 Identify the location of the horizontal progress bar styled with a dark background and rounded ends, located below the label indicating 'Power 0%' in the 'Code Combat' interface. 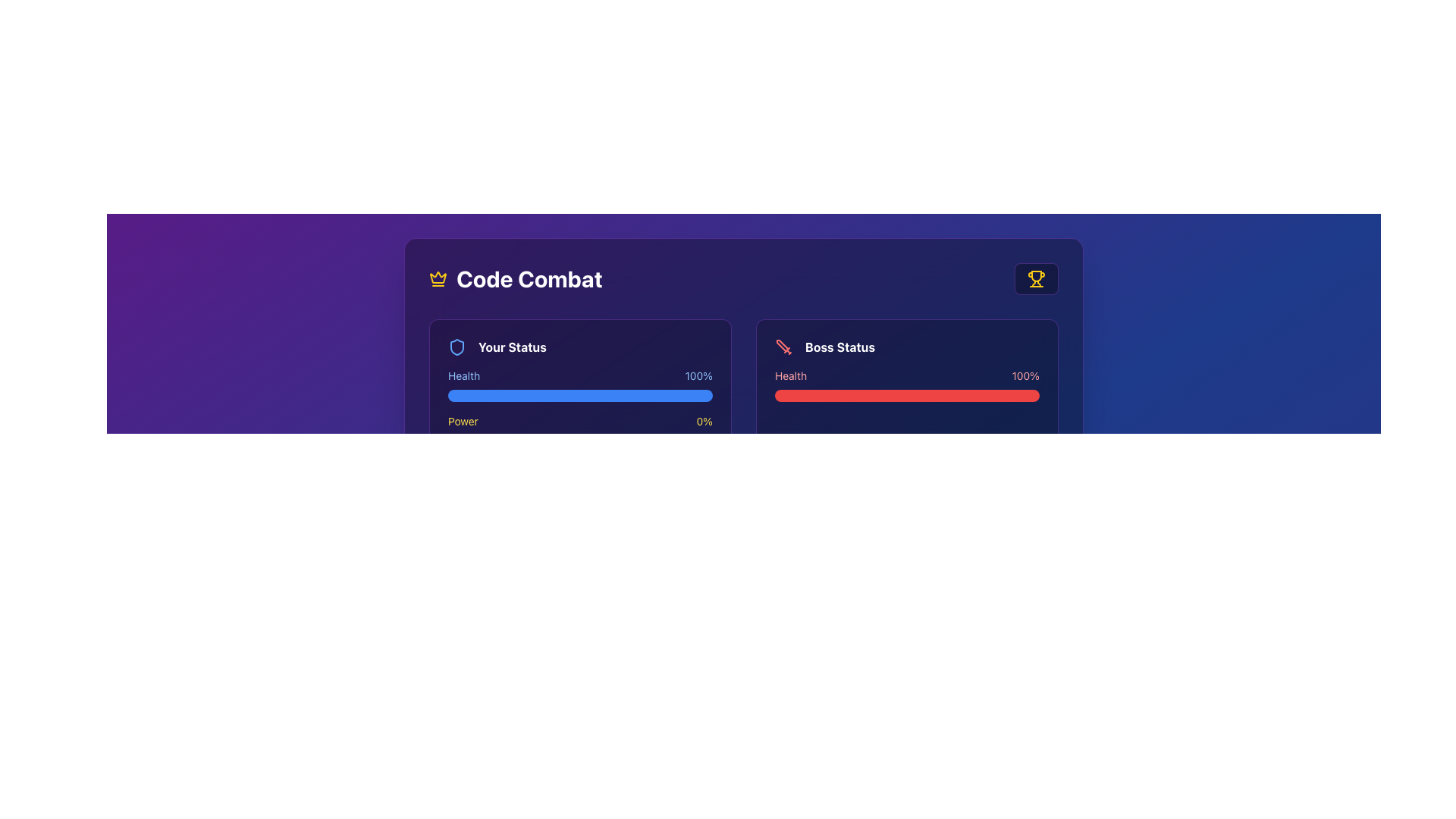
(579, 441).